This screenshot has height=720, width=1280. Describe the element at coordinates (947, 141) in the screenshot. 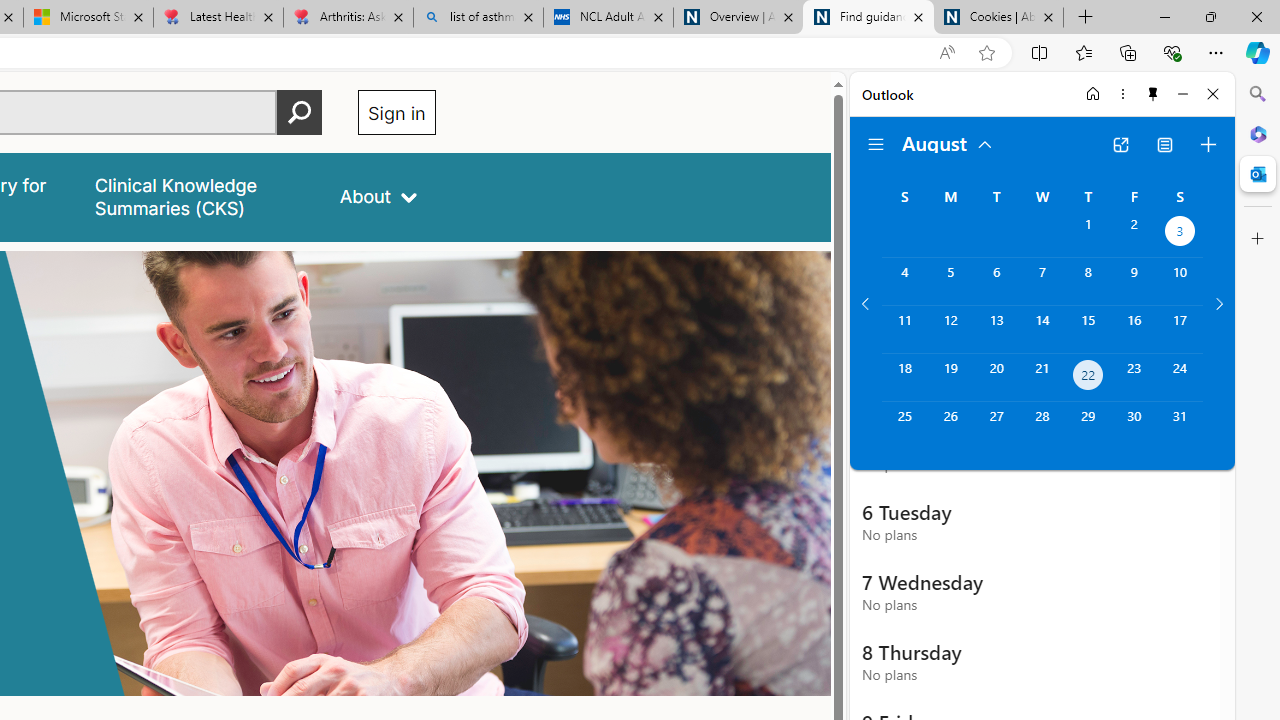

I see `'August'` at that location.